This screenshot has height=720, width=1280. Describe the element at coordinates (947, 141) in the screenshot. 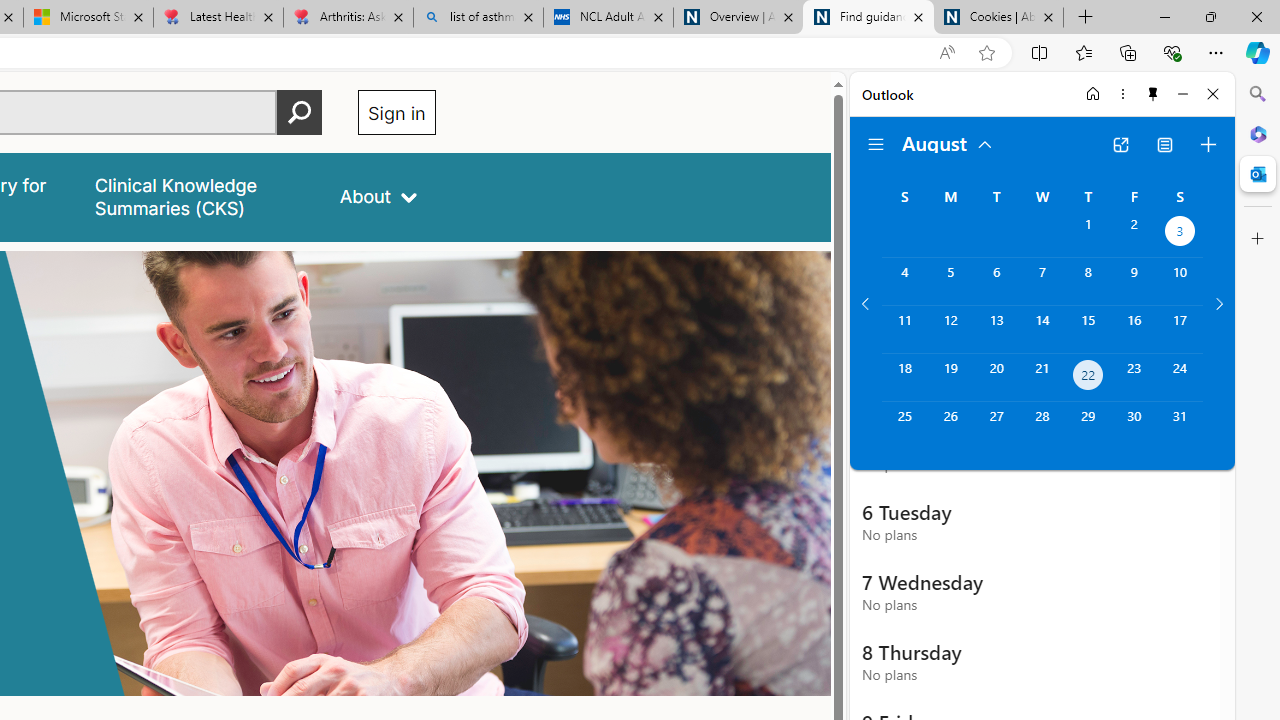

I see `'August'` at that location.